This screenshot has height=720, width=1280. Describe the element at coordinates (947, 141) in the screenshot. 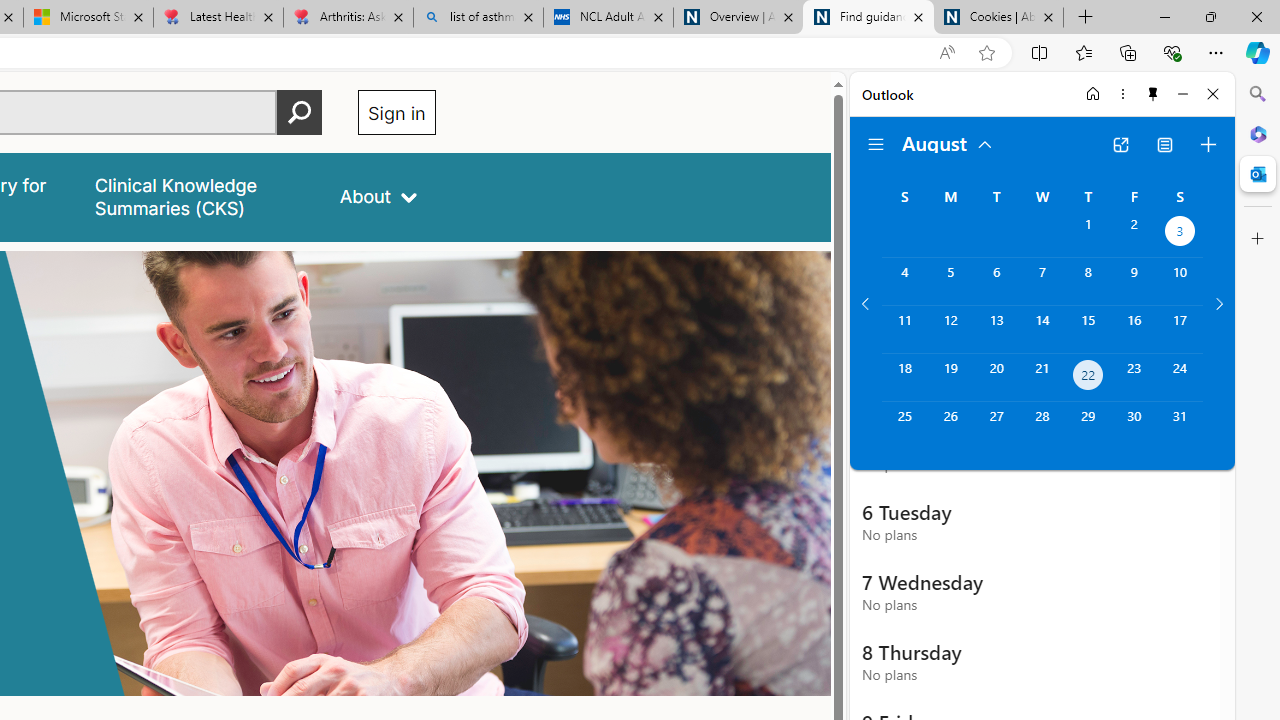

I see `'August'` at that location.